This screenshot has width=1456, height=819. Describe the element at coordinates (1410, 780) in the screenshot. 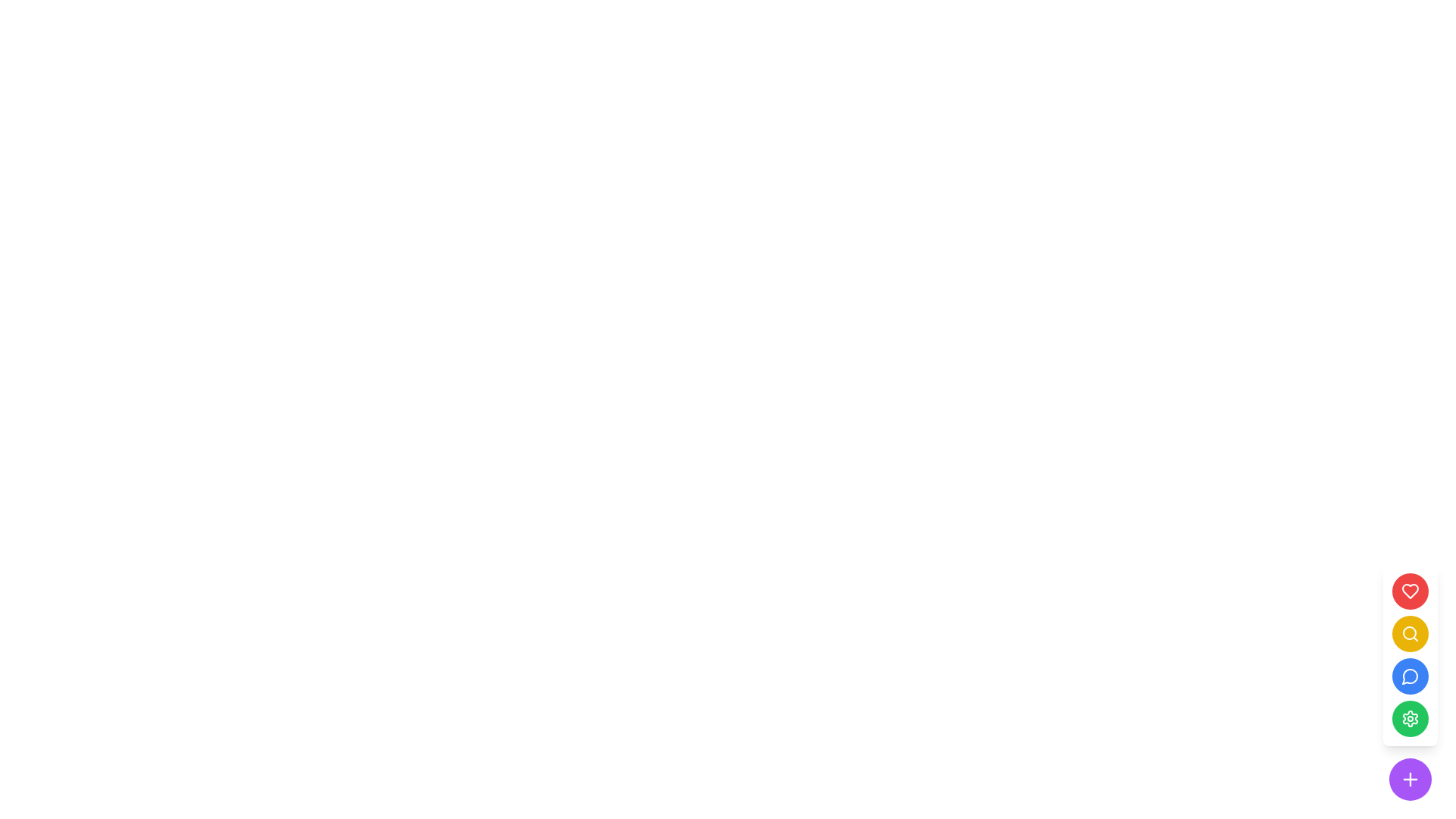

I see `the toggle menu button located at the bottom-right corner of the interface` at that location.